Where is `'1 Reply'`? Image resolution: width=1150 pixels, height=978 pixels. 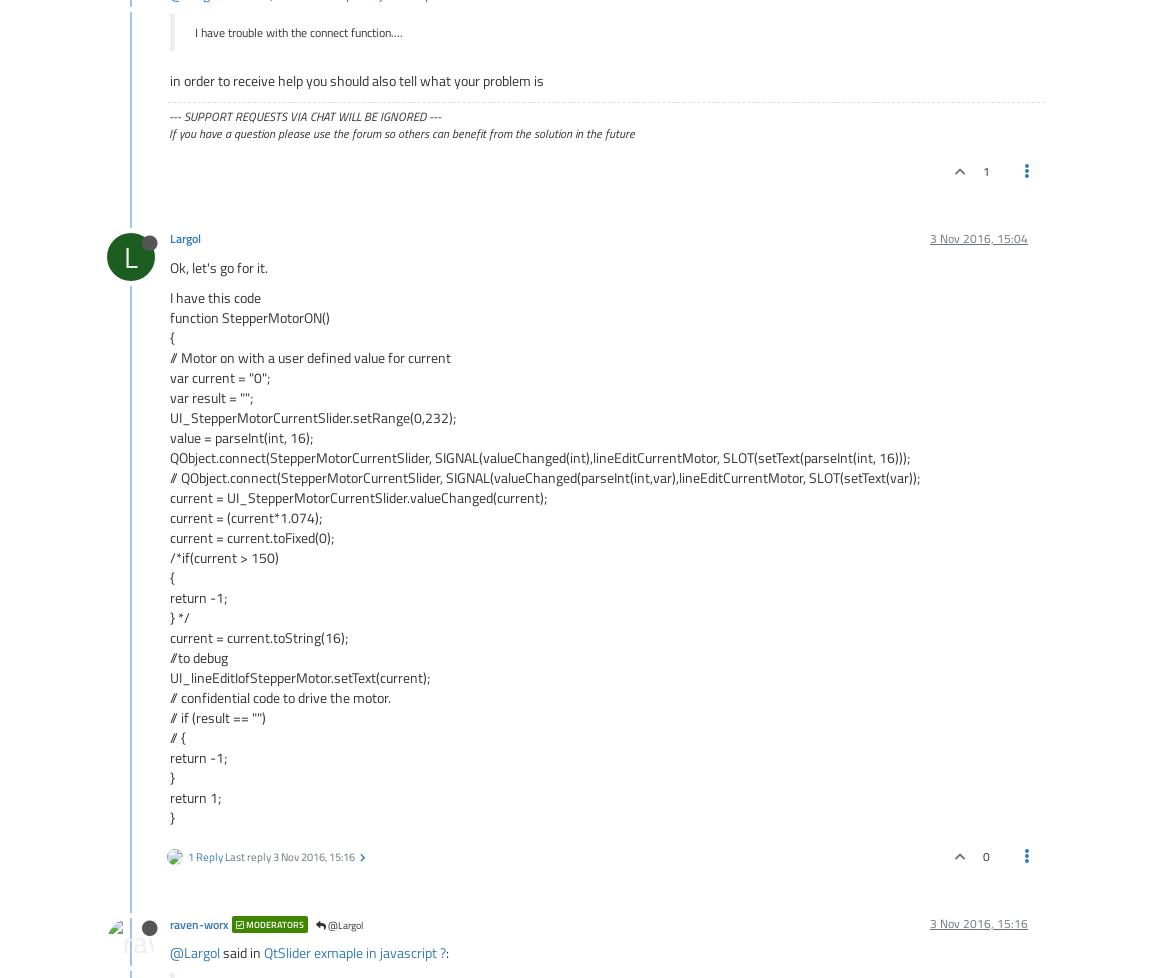
'1 Reply' is located at coordinates (204, 855).